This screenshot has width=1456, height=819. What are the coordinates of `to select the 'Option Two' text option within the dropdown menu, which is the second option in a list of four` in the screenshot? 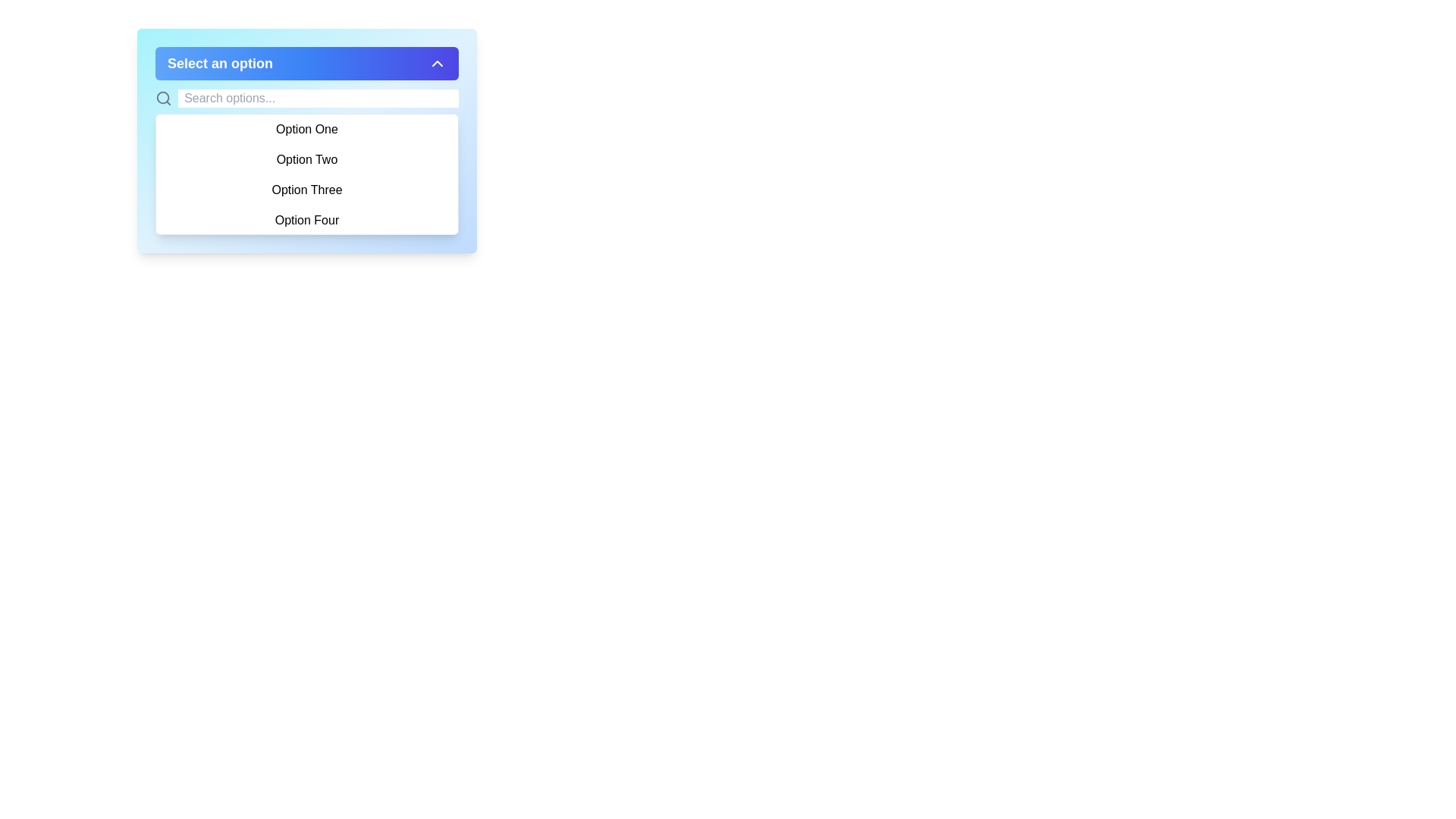 It's located at (306, 160).